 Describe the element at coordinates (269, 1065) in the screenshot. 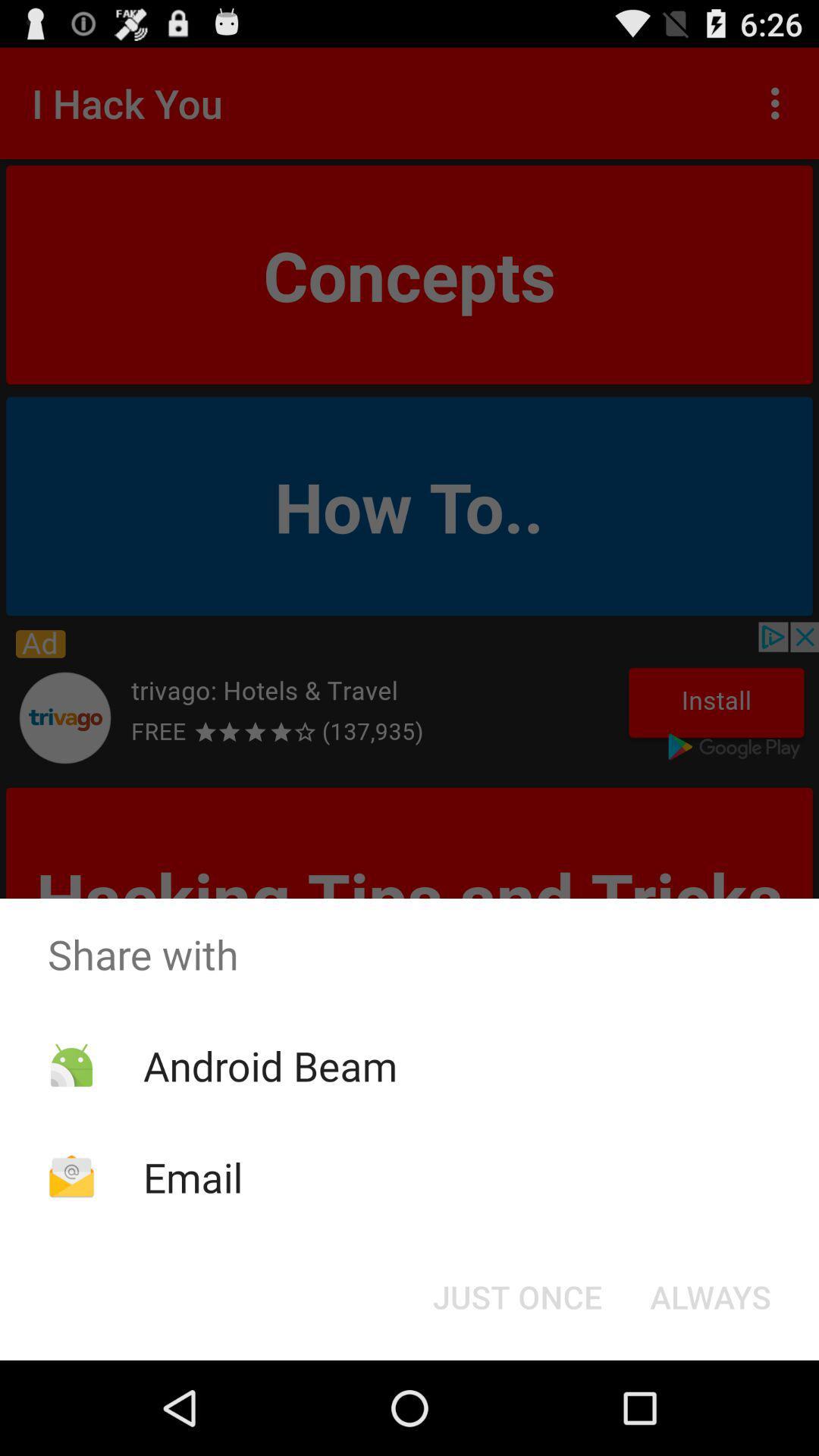

I see `the android beam app` at that location.